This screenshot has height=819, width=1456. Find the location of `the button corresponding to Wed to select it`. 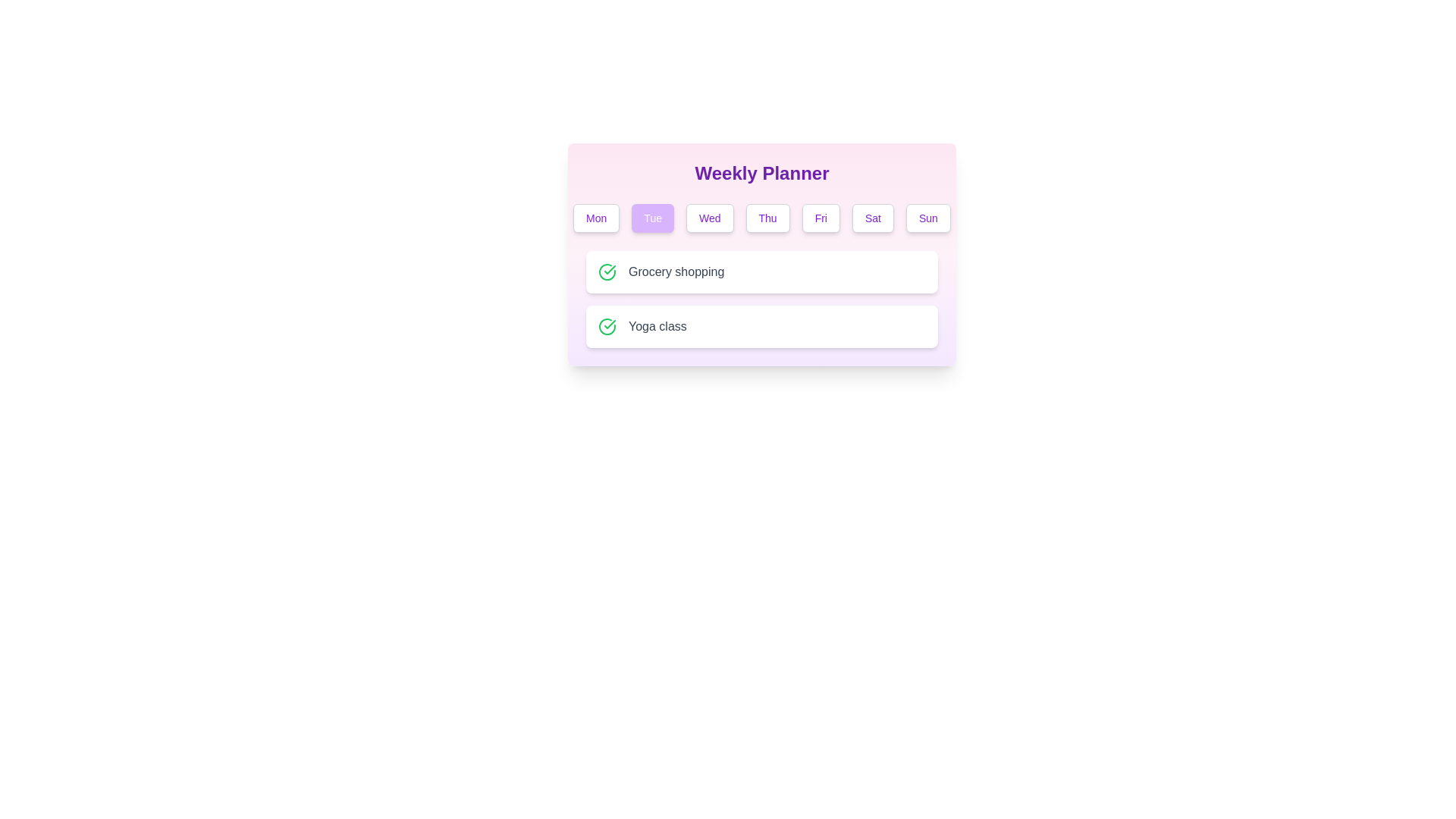

the button corresponding to Wed to select it is located at coordinates (709, 218).